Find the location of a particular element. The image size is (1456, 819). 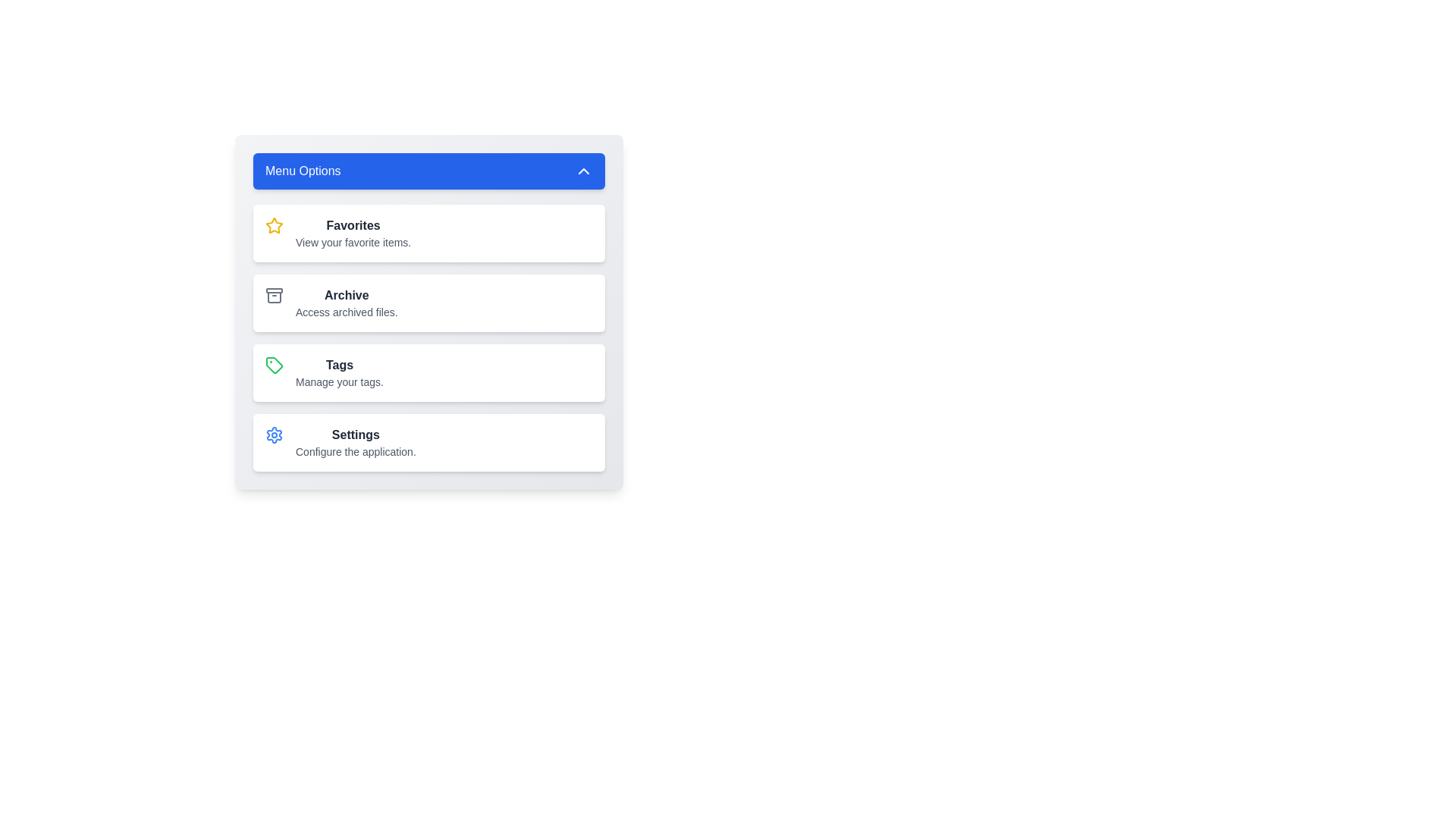

the chevron up icon button located in the top right corner of the 'Menu Options' header area is located at coordinates (582, 171).